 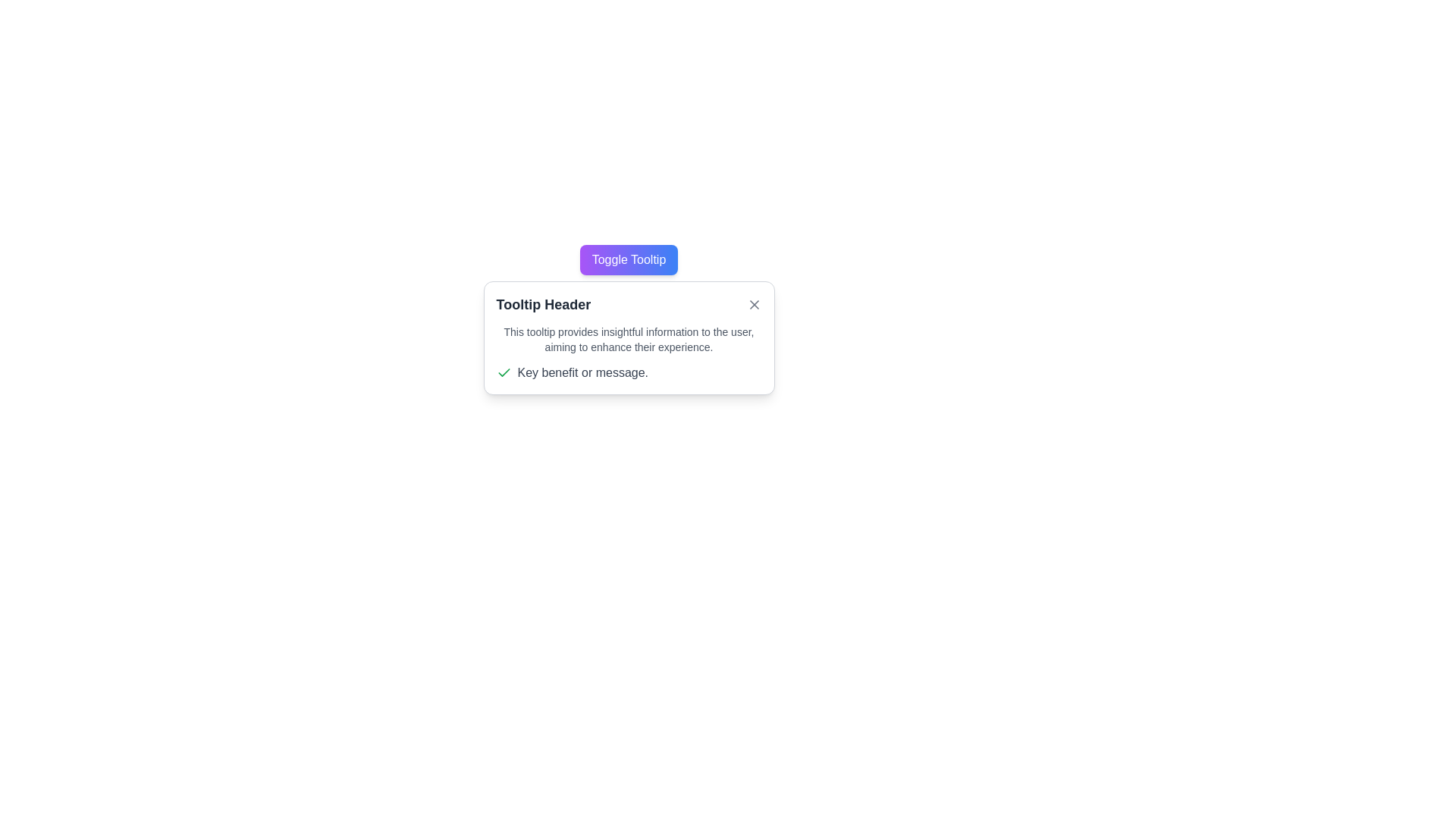 What do you see at coordinates (504, 373) in the screenshot?
I see `the green checkmark icon that symbolizes confirmation, located next to the text 'Key benefit or message.' in the tooltip section` at bounding box center [504, 373].